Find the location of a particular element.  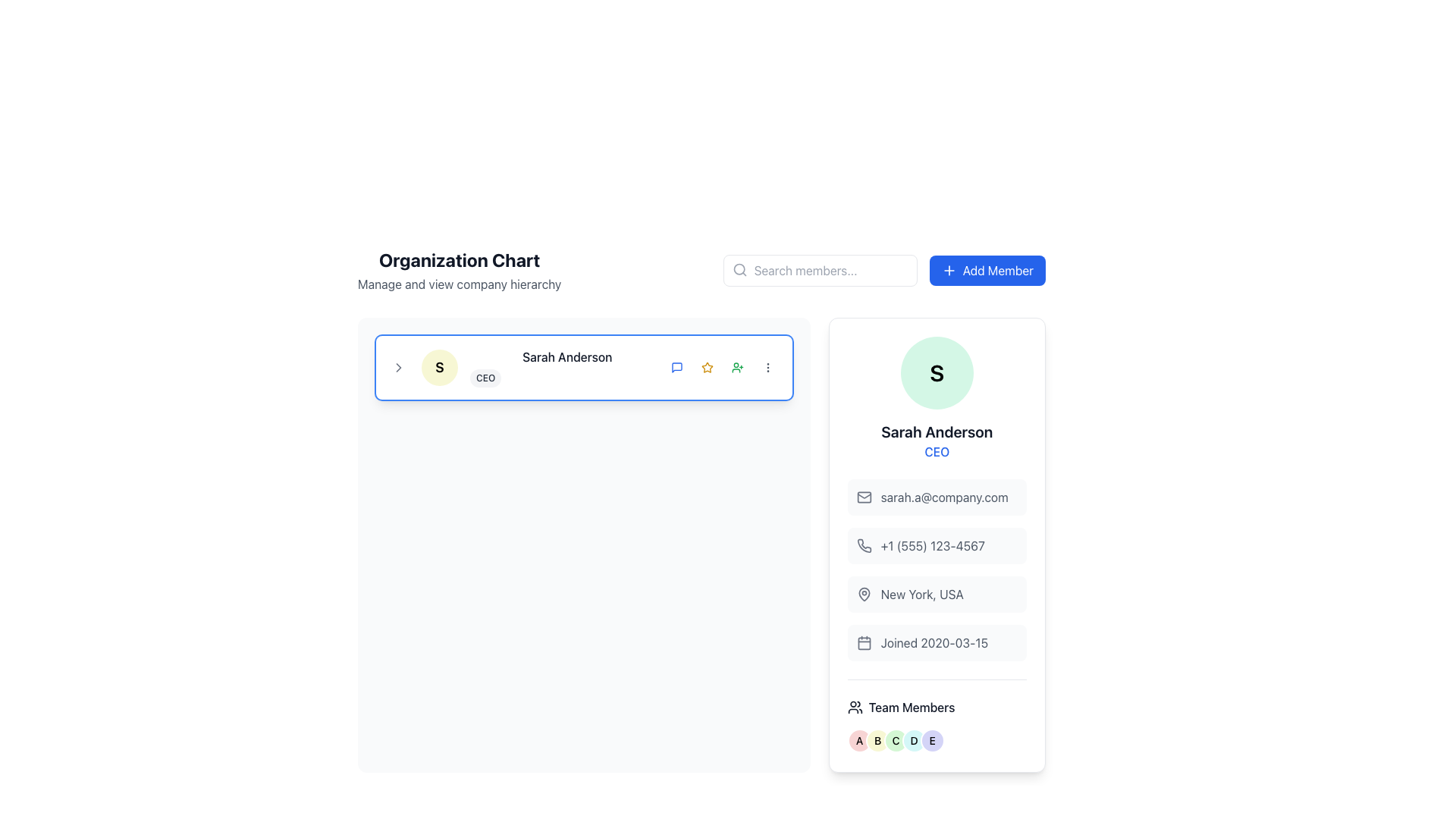

the phone number icon located to the left of the text '+1 (555) 123-4567' is located at coordinates (864, 546).